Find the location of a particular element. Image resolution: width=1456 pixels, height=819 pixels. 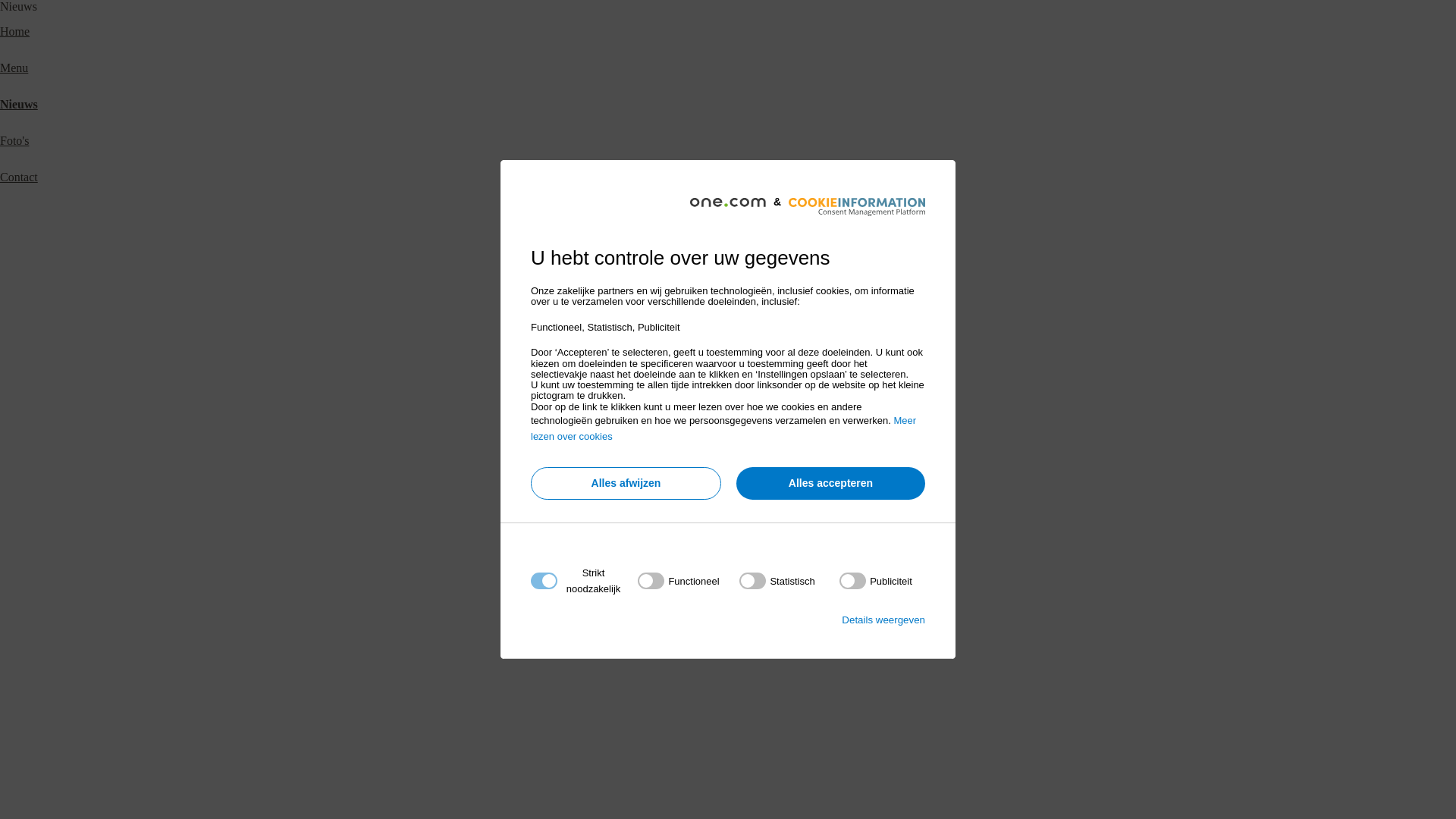

'Home' is located at coordinates (14, 31).